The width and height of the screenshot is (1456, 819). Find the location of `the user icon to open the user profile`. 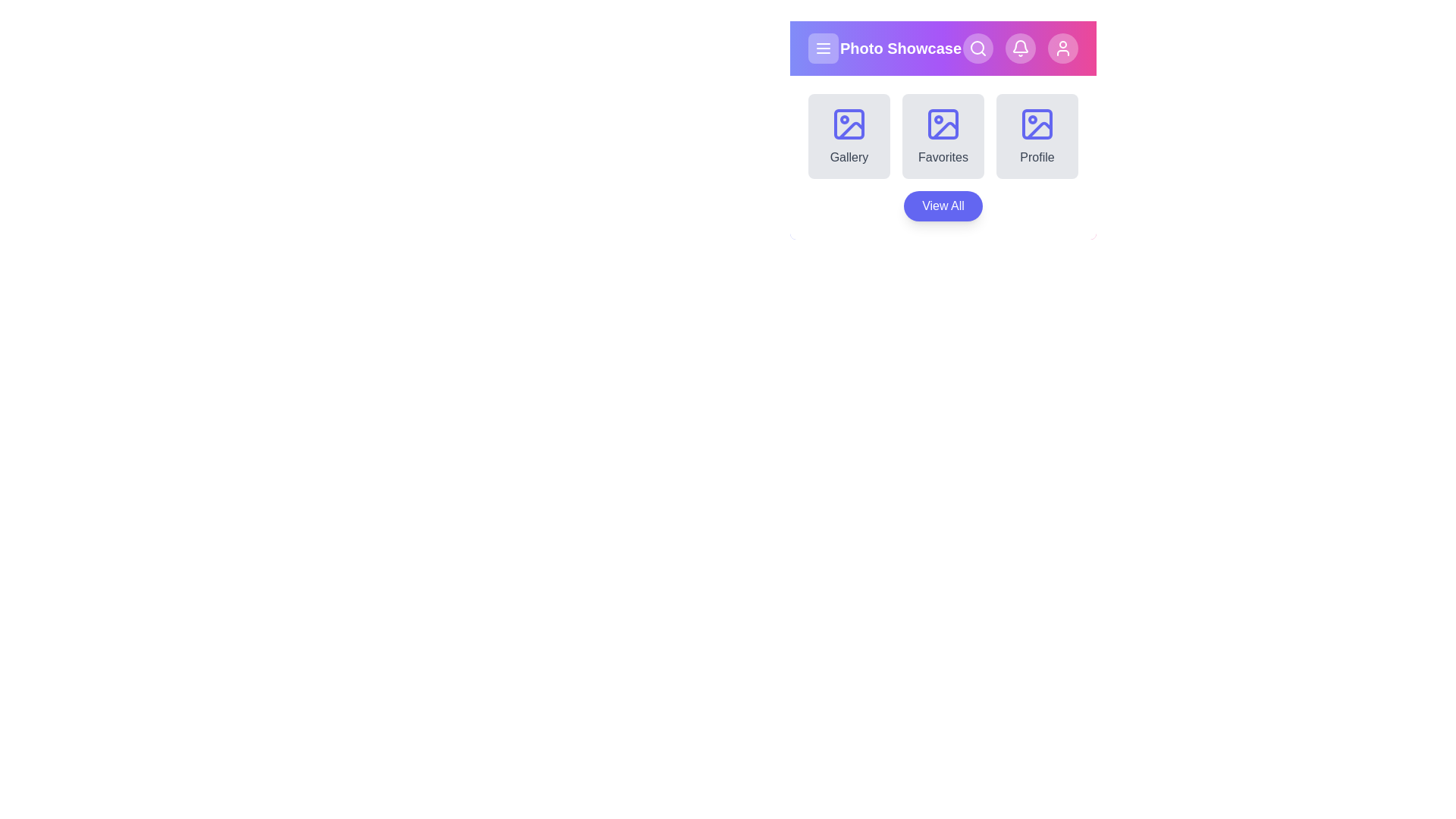

the user icon to open the user profile is located at coordinates (1062, 48).